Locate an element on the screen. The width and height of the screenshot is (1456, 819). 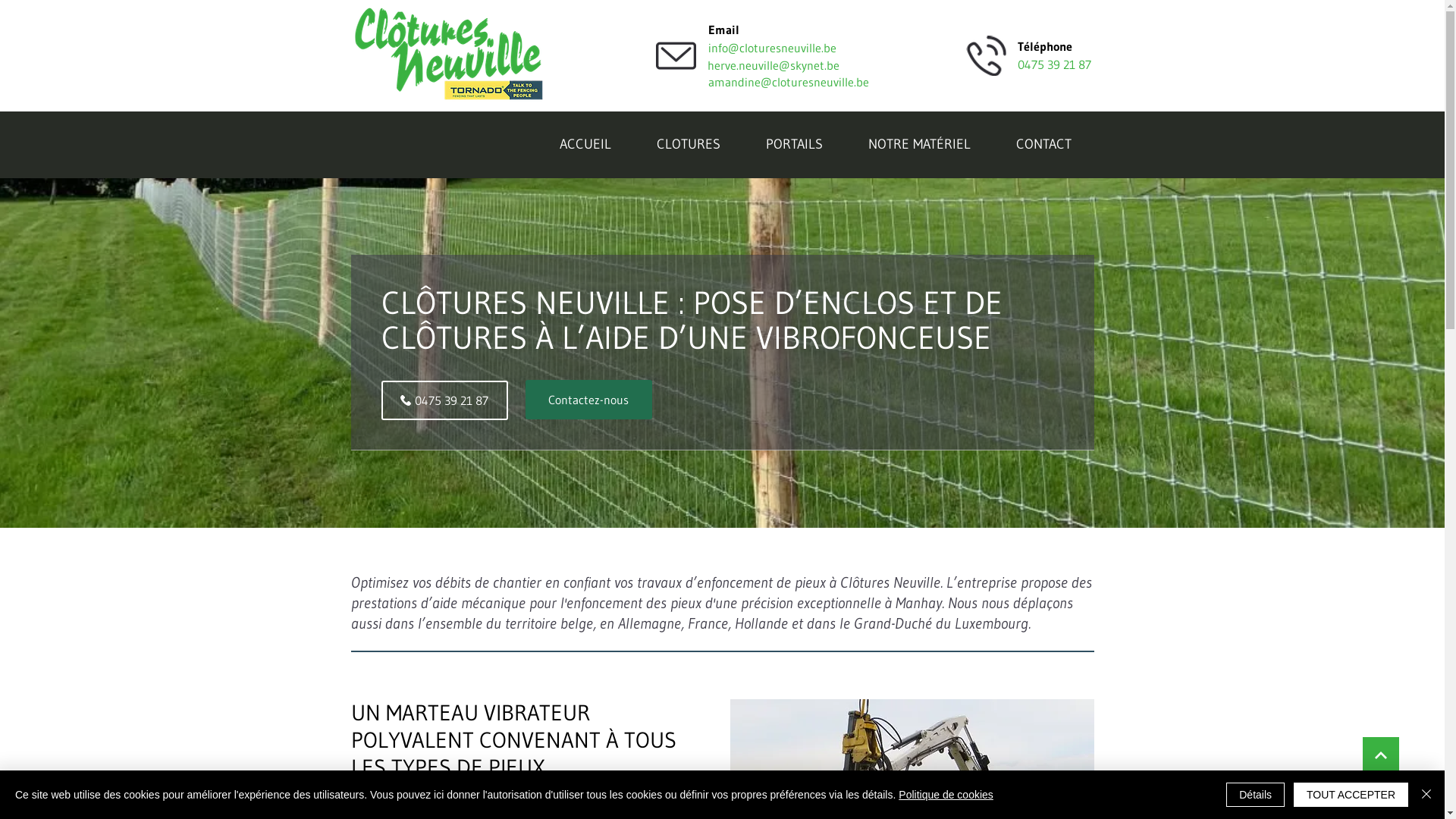
'CLOTURES' is located at coordinates (687, 146).